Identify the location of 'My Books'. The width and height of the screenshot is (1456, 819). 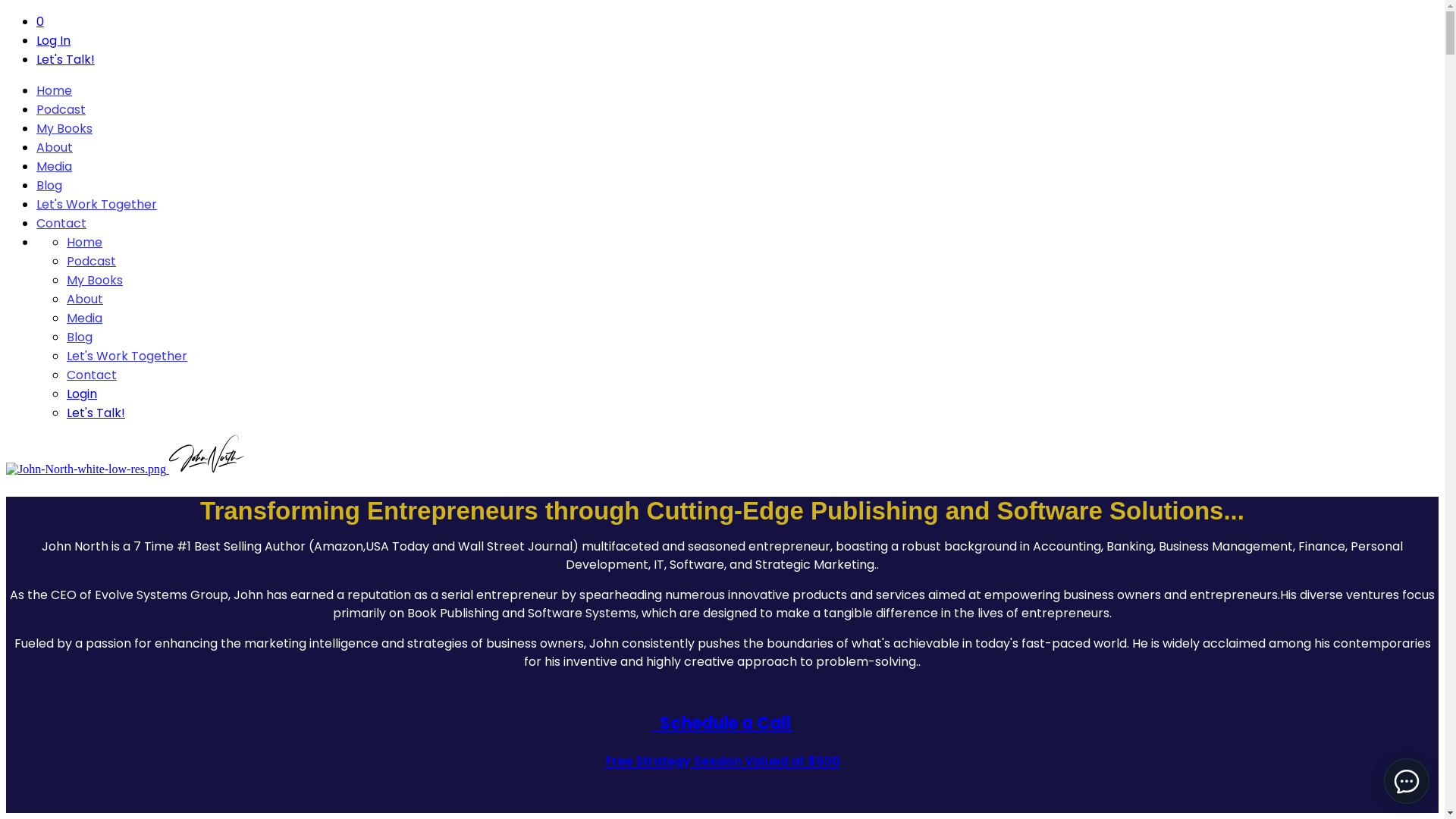
(93, 280).